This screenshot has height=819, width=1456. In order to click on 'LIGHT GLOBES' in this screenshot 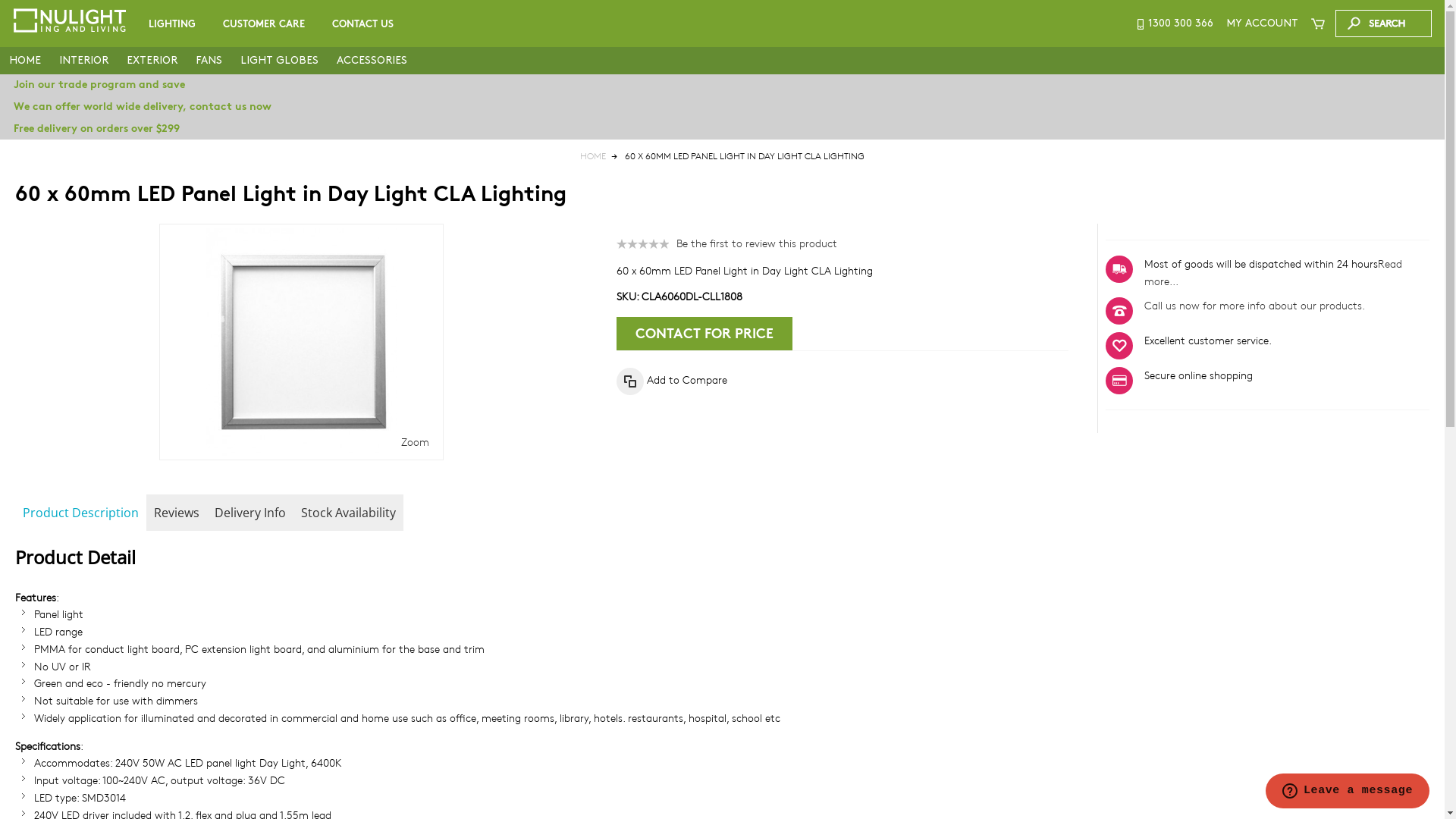, I will do `click(279, 60)`.